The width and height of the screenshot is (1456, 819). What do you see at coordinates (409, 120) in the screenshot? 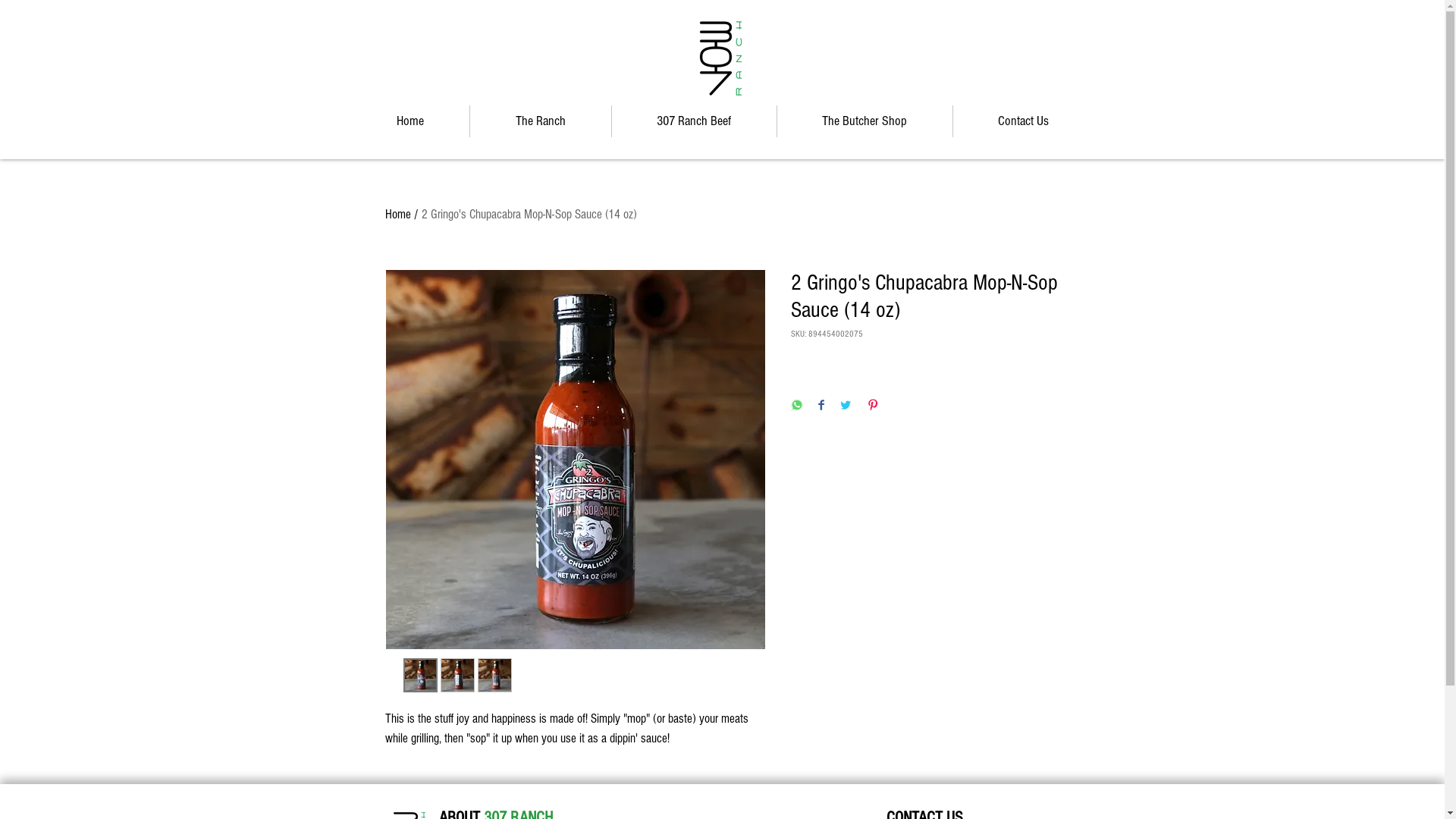
I see `'Home'` at bounding box center [409, 120].